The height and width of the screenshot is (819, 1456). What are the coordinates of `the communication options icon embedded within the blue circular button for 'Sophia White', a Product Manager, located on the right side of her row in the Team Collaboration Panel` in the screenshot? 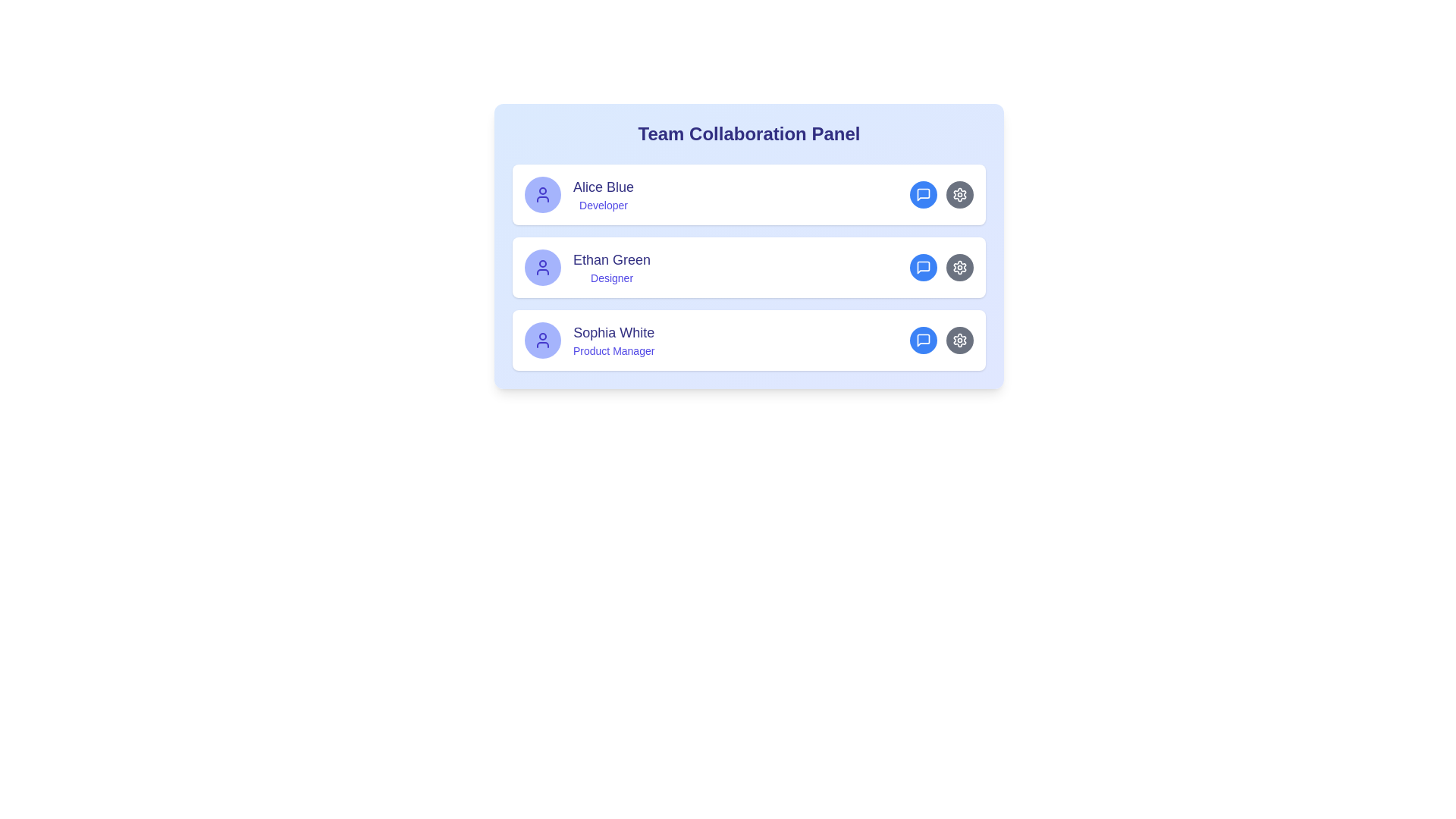 It's located at (923, 339).